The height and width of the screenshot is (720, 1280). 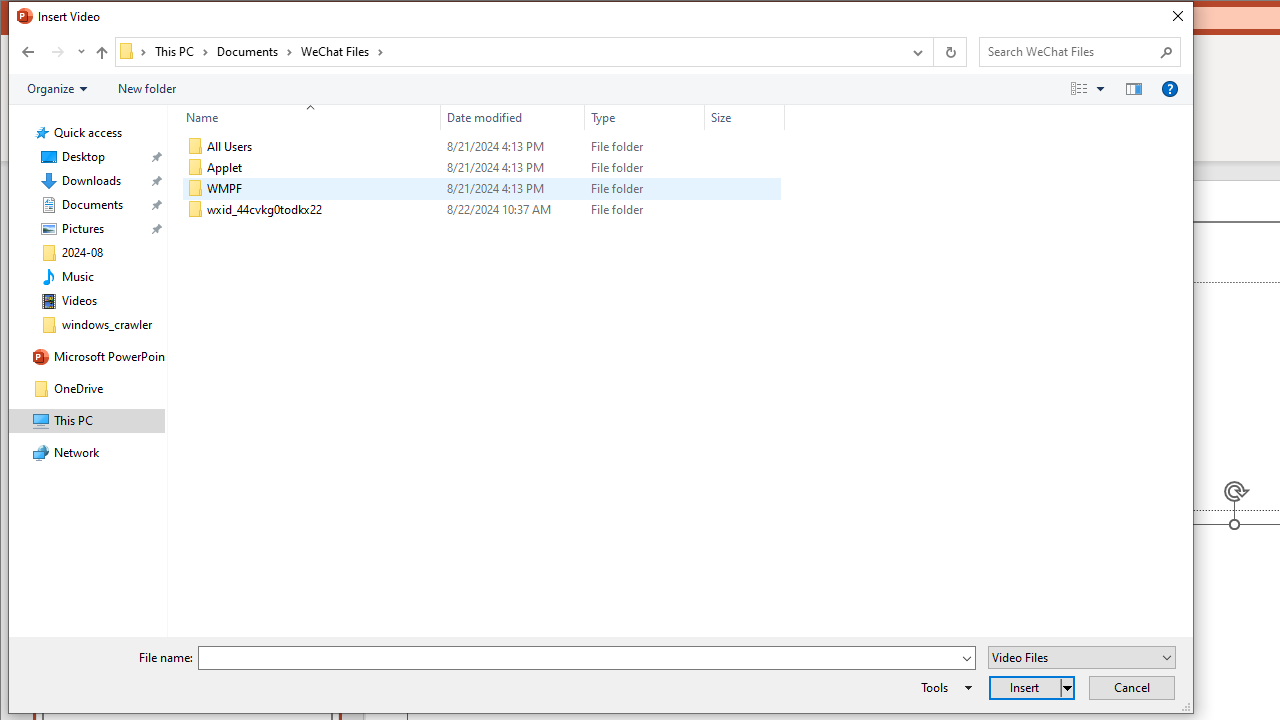 What do you see at coordinates (585, 658) in the screenshot?
I see `'File name:'` at bounding box center [585, 658].